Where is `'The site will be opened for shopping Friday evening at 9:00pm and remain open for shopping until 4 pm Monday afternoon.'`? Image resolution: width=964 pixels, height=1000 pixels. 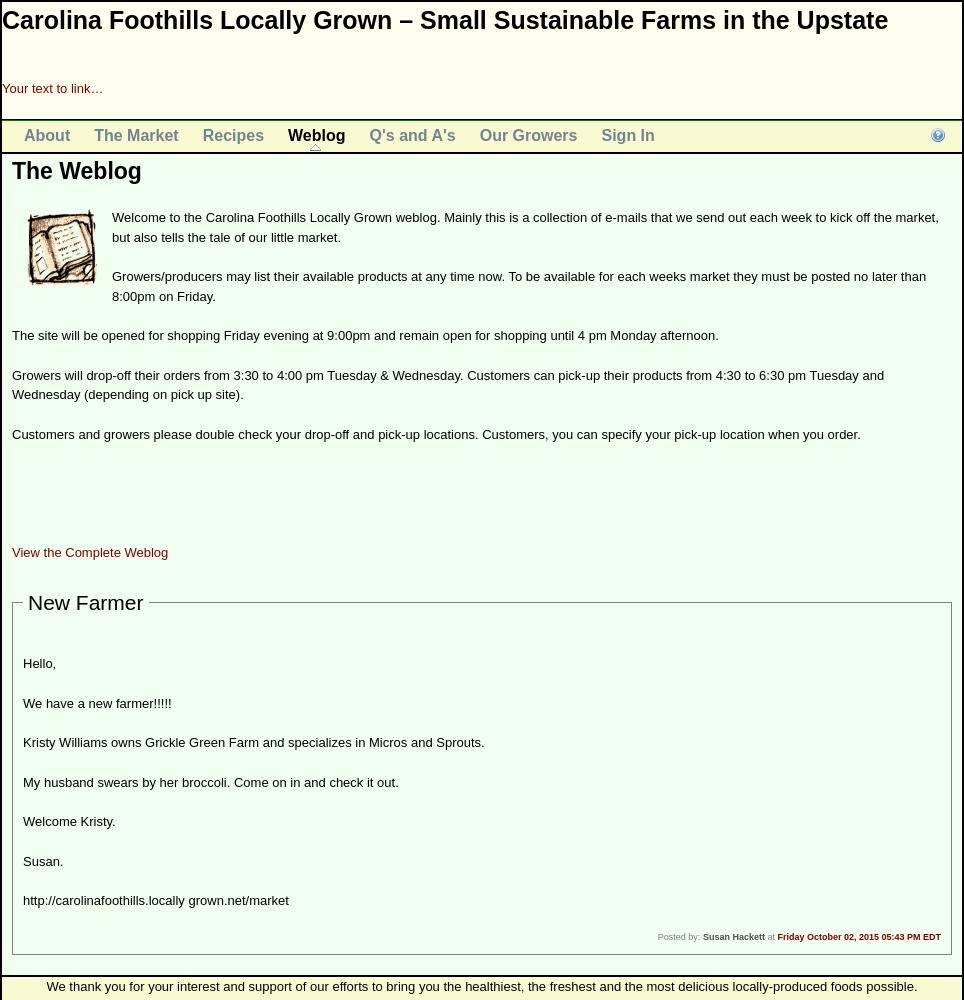 'The site will be opened for shopping Friday evening at 9:00pm and remain open for shopping until 4 pm Monday afternoon.' is located at coordinates (364, 334).